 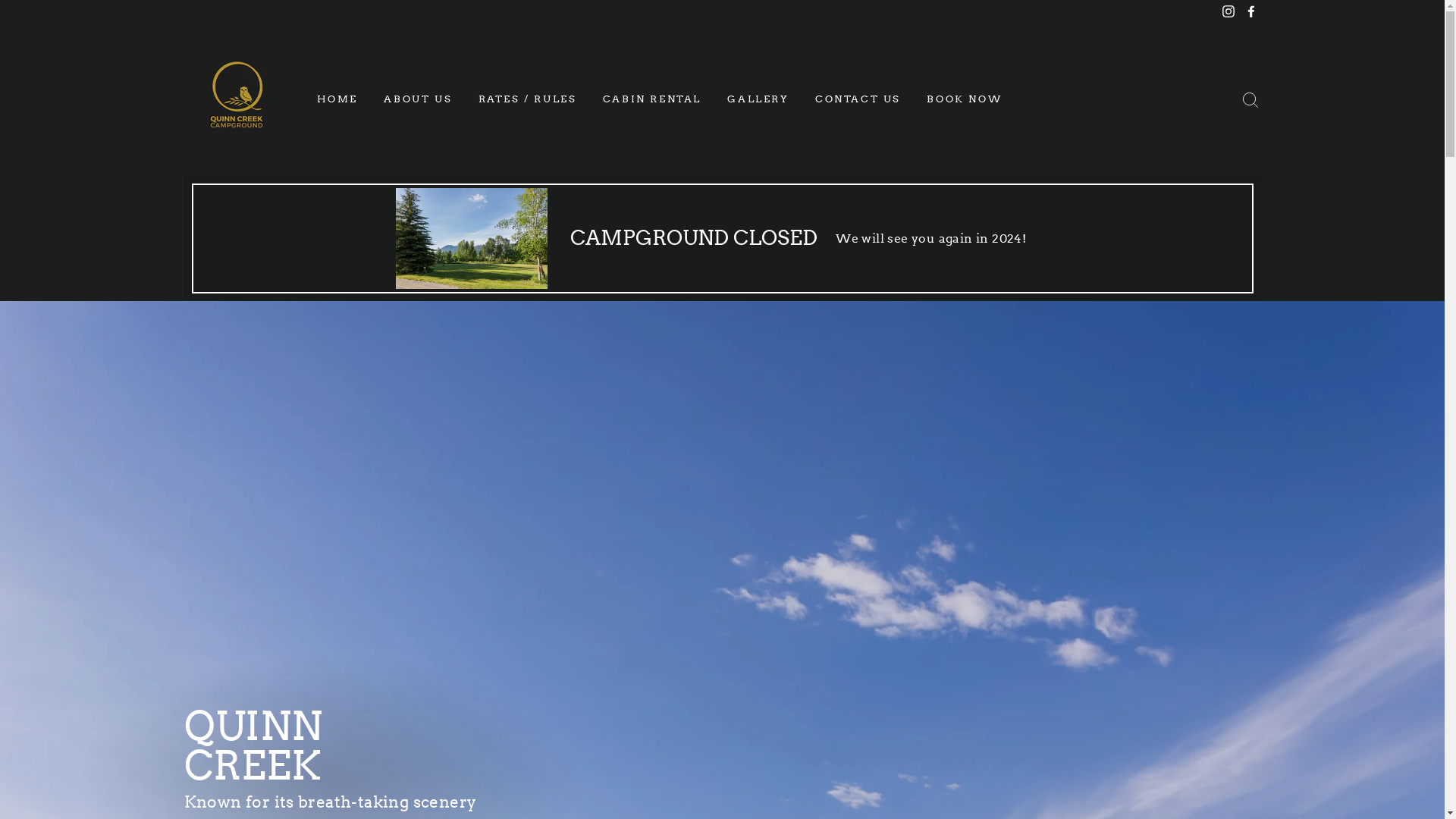 I want to click on 'ABOUT US', so click(x=418, y=99).